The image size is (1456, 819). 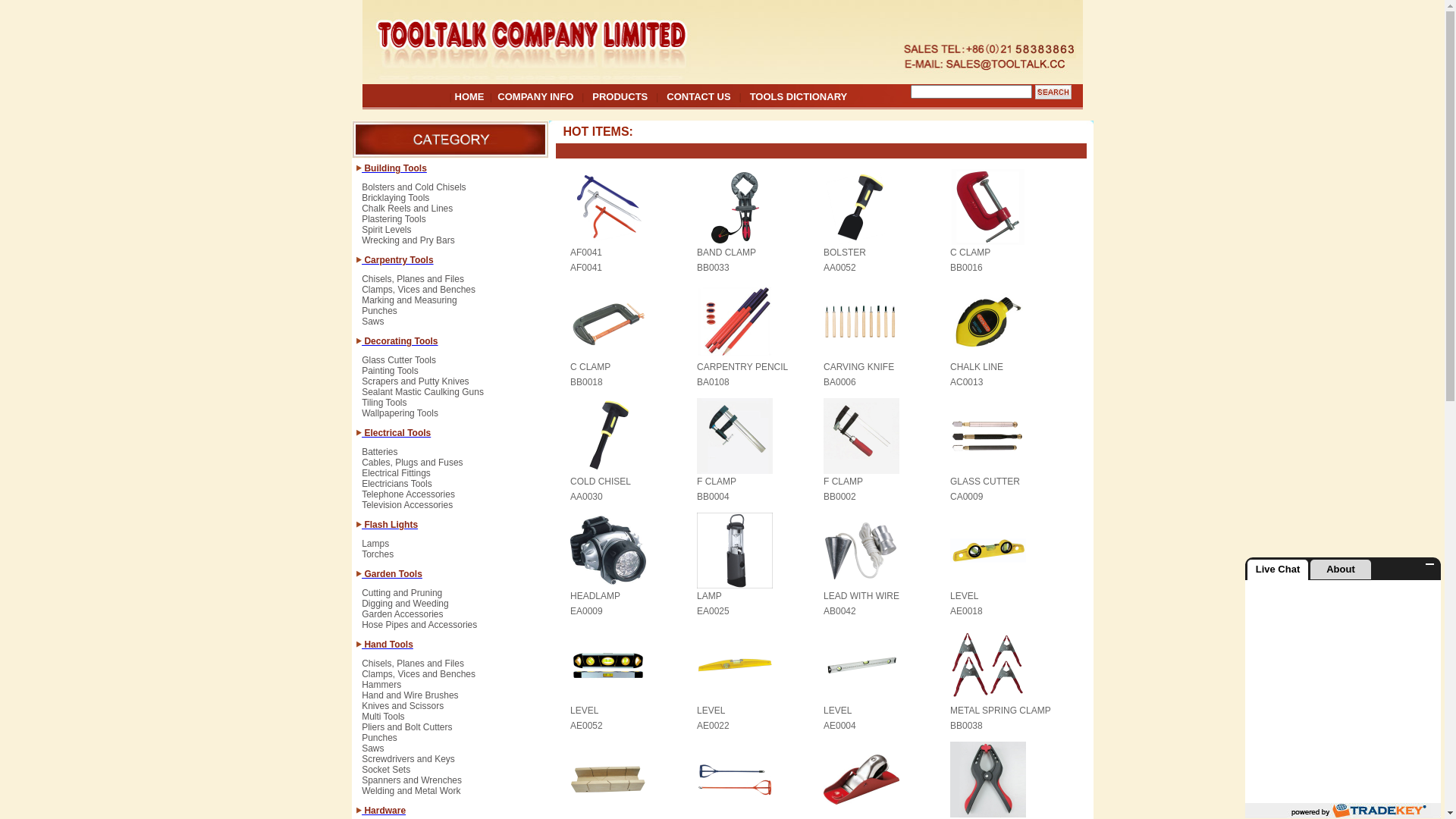 What do you see at coordinates (1000, 711) in the screenshot?
I see `'METAL SPRING CLAMP'` at bounding box center [1000, 711].